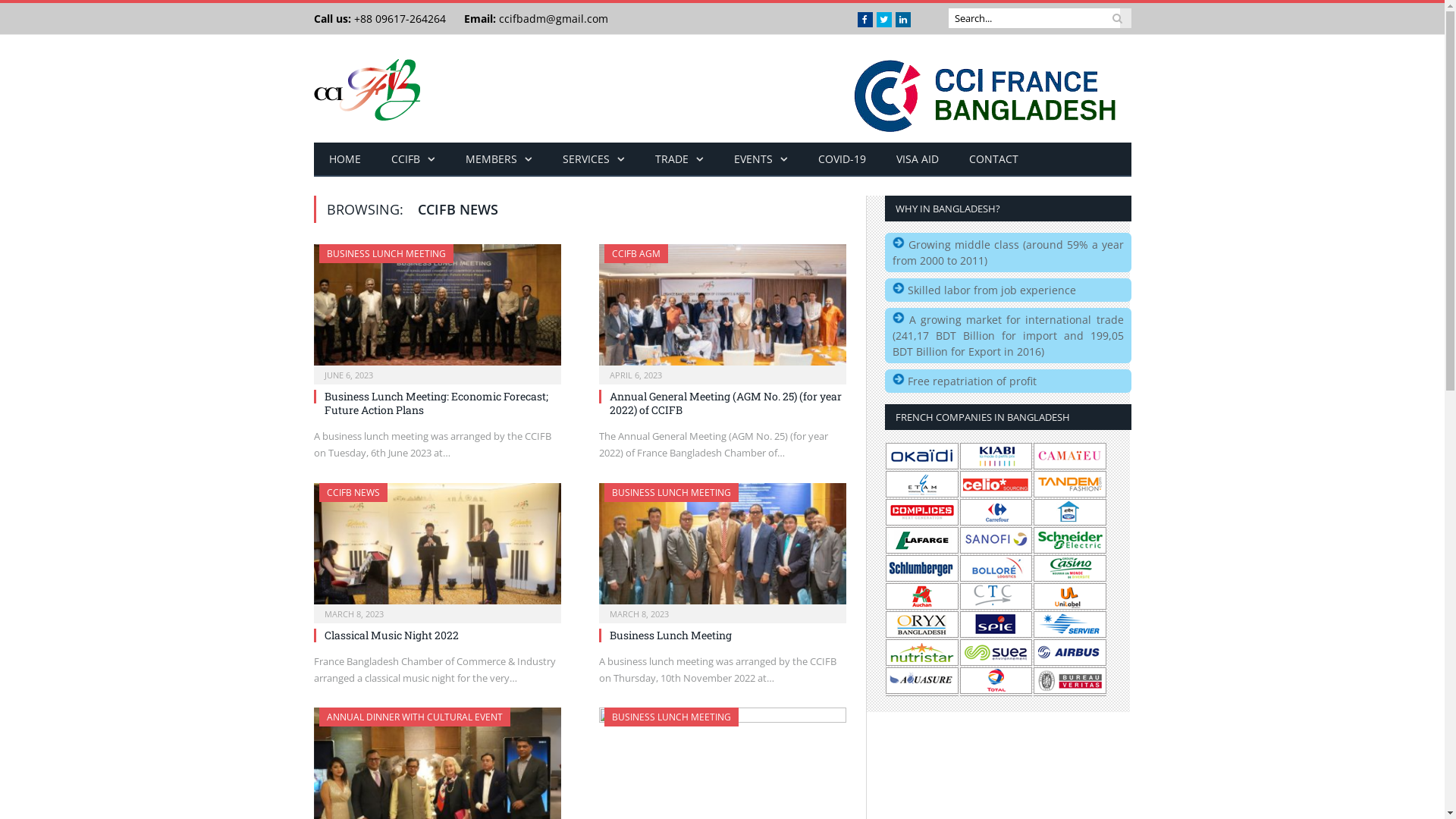 The image size is (1456, 819). I want to click on 'SERVICES', so click(592, 159).